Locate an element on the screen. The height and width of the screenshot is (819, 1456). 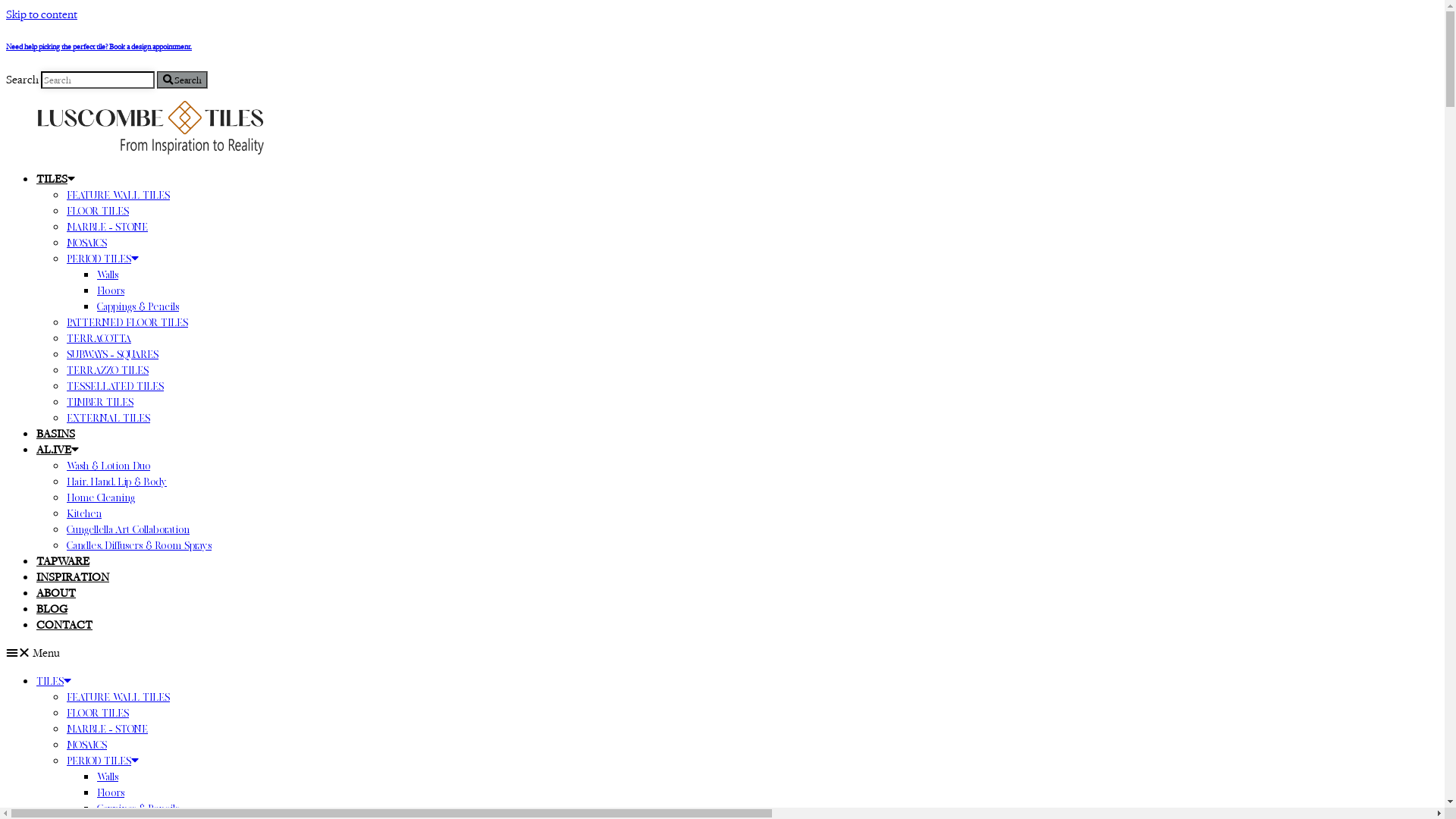
'Candles, Diffusers & Room Sprays' is located at coordinates (139, 544).